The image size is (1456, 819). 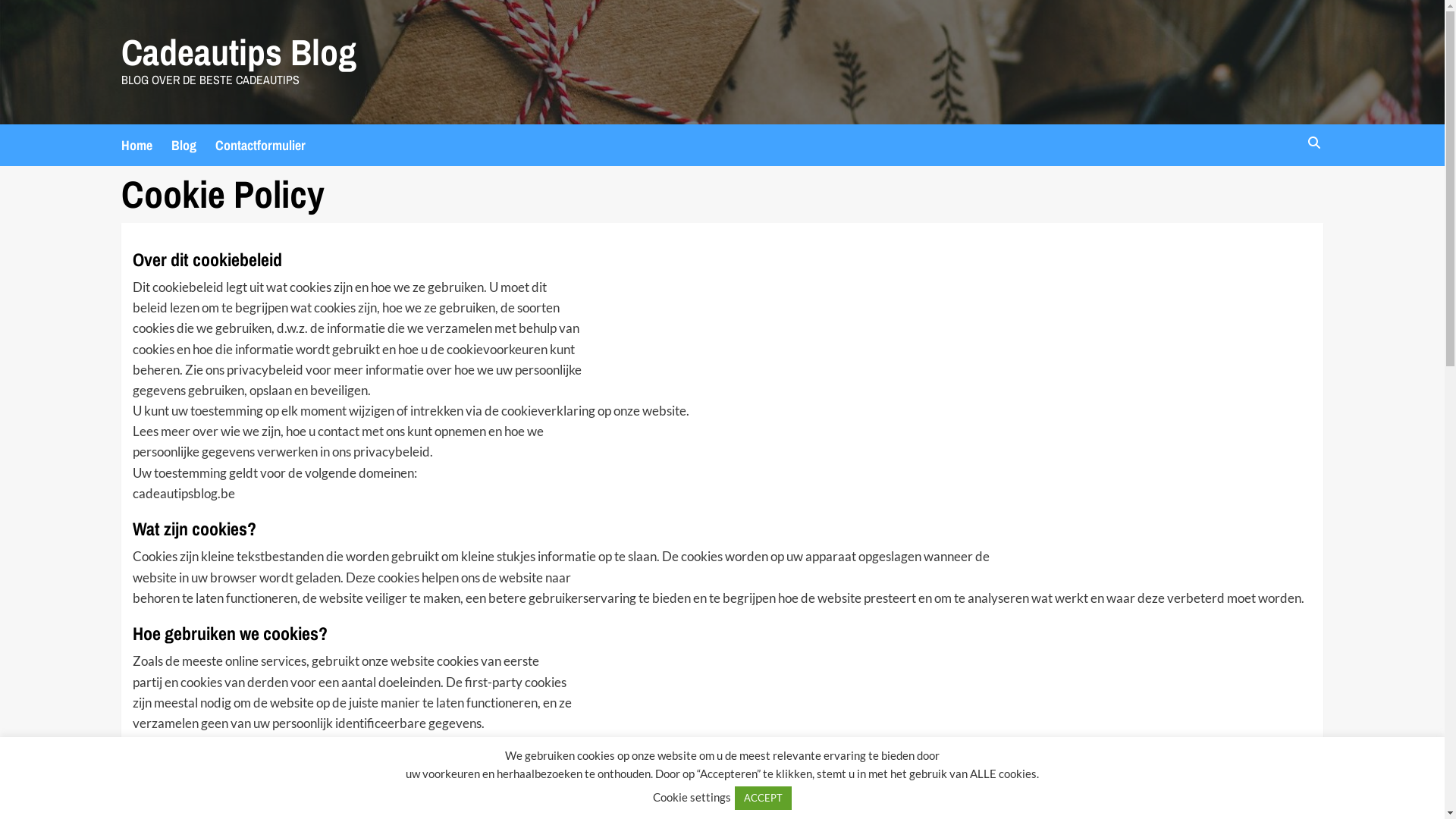 What do you see at coordinates (1313, 143) in the screenshot?
I see `'Search'` at bounding box center [1313, 143].